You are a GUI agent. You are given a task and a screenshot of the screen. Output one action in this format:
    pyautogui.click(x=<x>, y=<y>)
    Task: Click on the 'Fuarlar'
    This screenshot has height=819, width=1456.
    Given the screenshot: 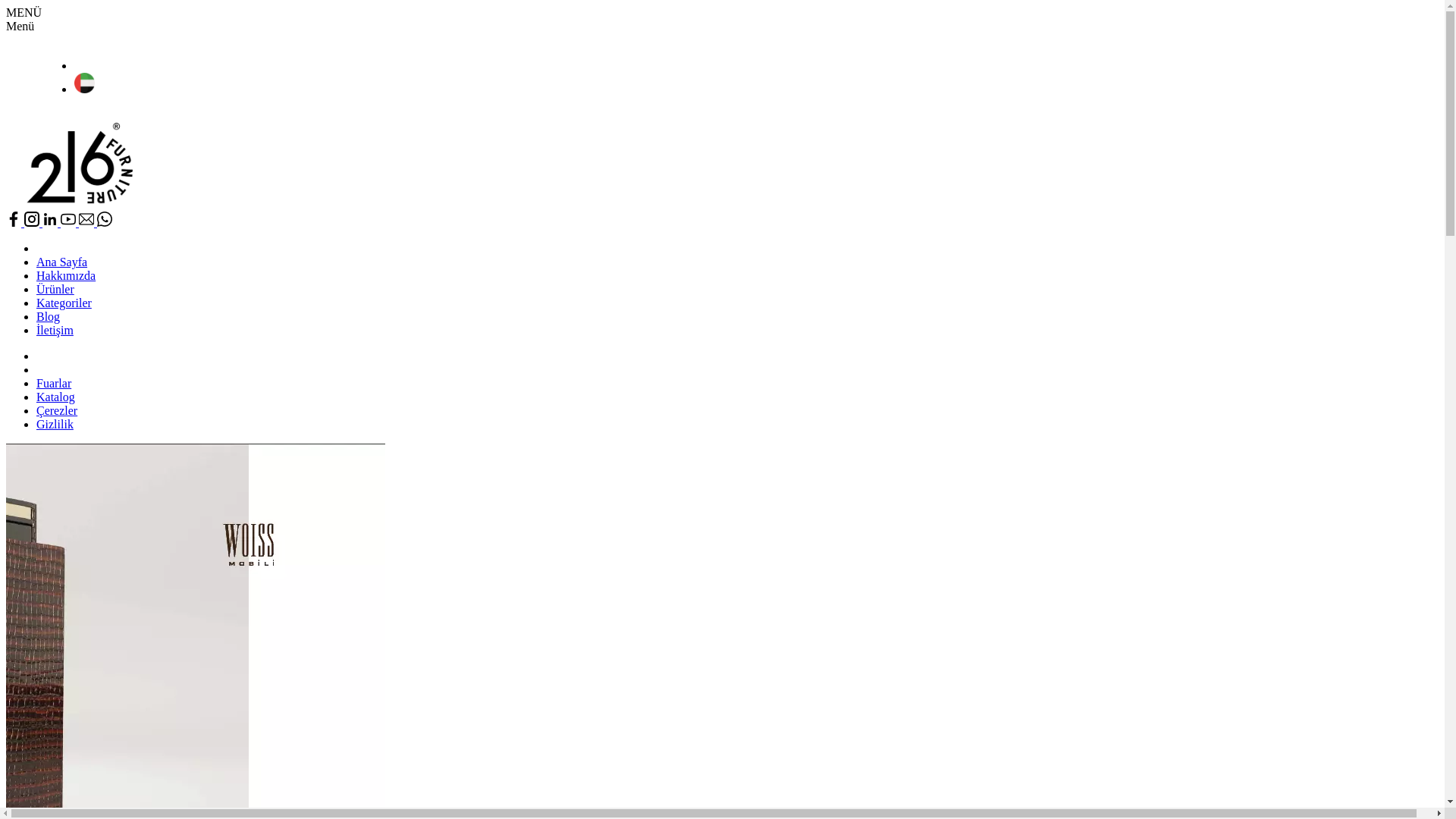 What is the action you would take?
    pyautogui.click(x=36, y=382)
    